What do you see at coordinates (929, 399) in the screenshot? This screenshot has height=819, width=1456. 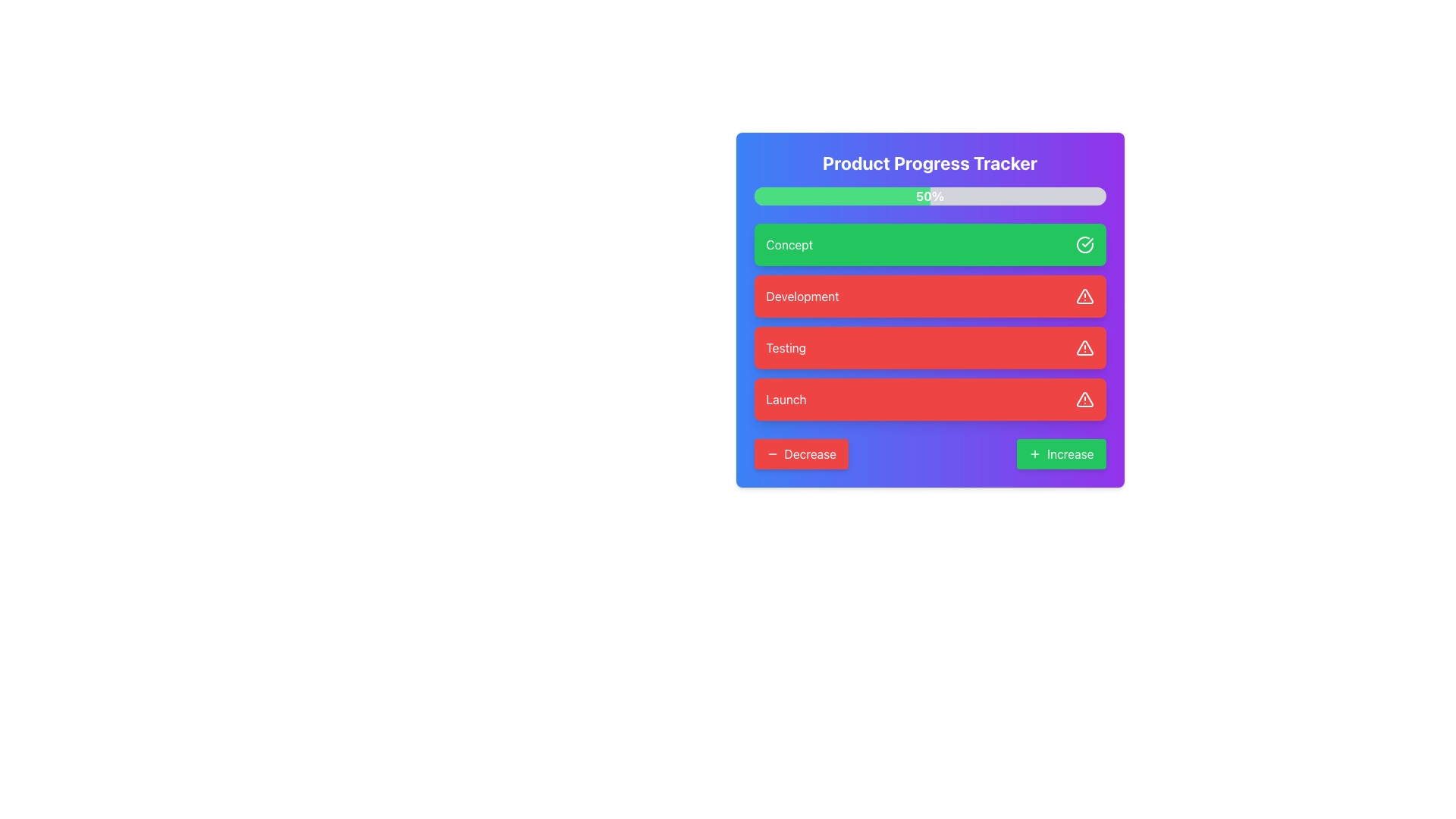 I see `the informational text box with a red background and white 'Launch' text, which contains a warning icon, located at the bottom of the 'Progress Tracker' list` at bounding box center [929, 399].